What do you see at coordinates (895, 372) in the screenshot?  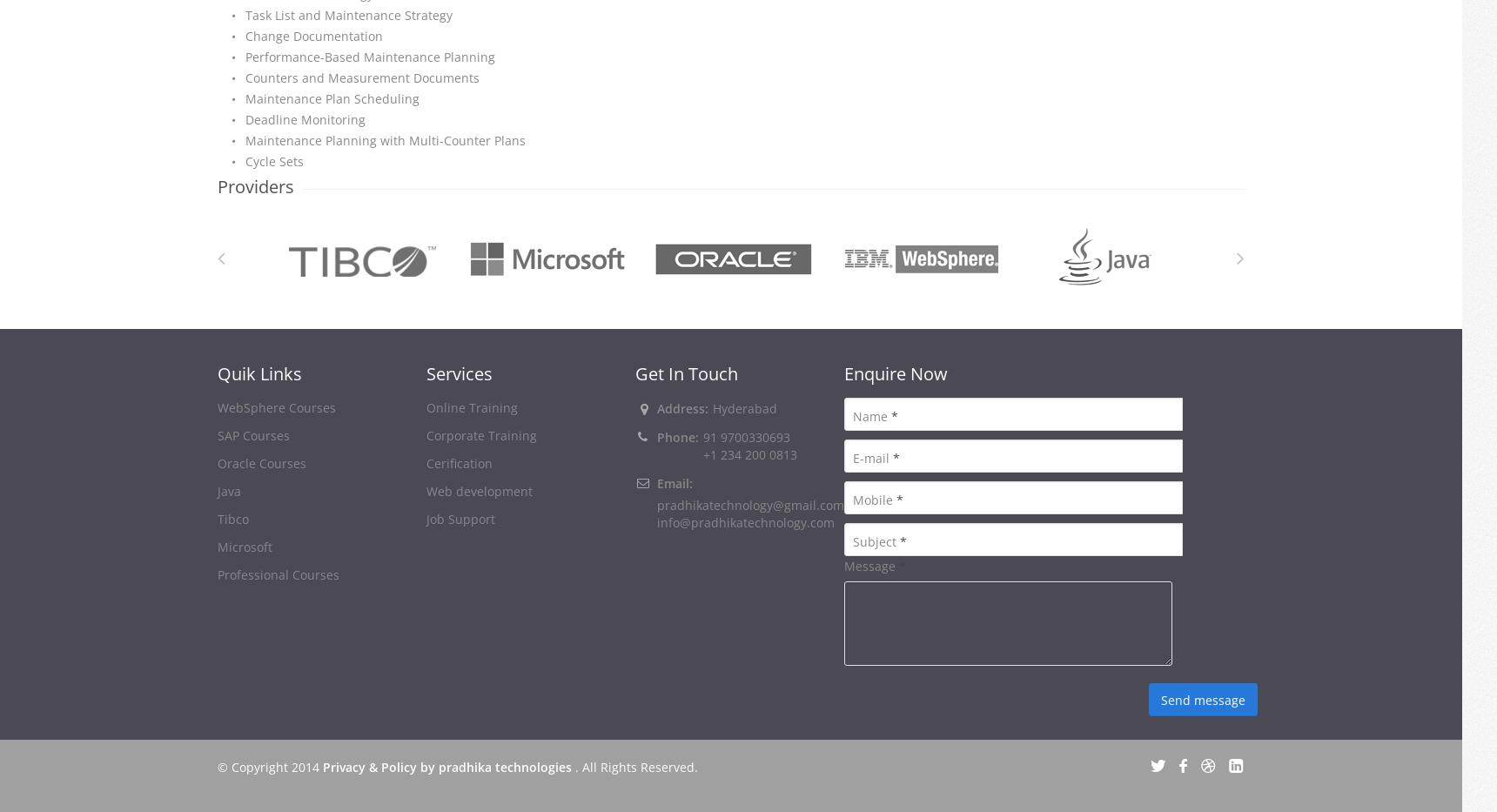 I see `'Enquire Now'` at bounding box center [895, 372].